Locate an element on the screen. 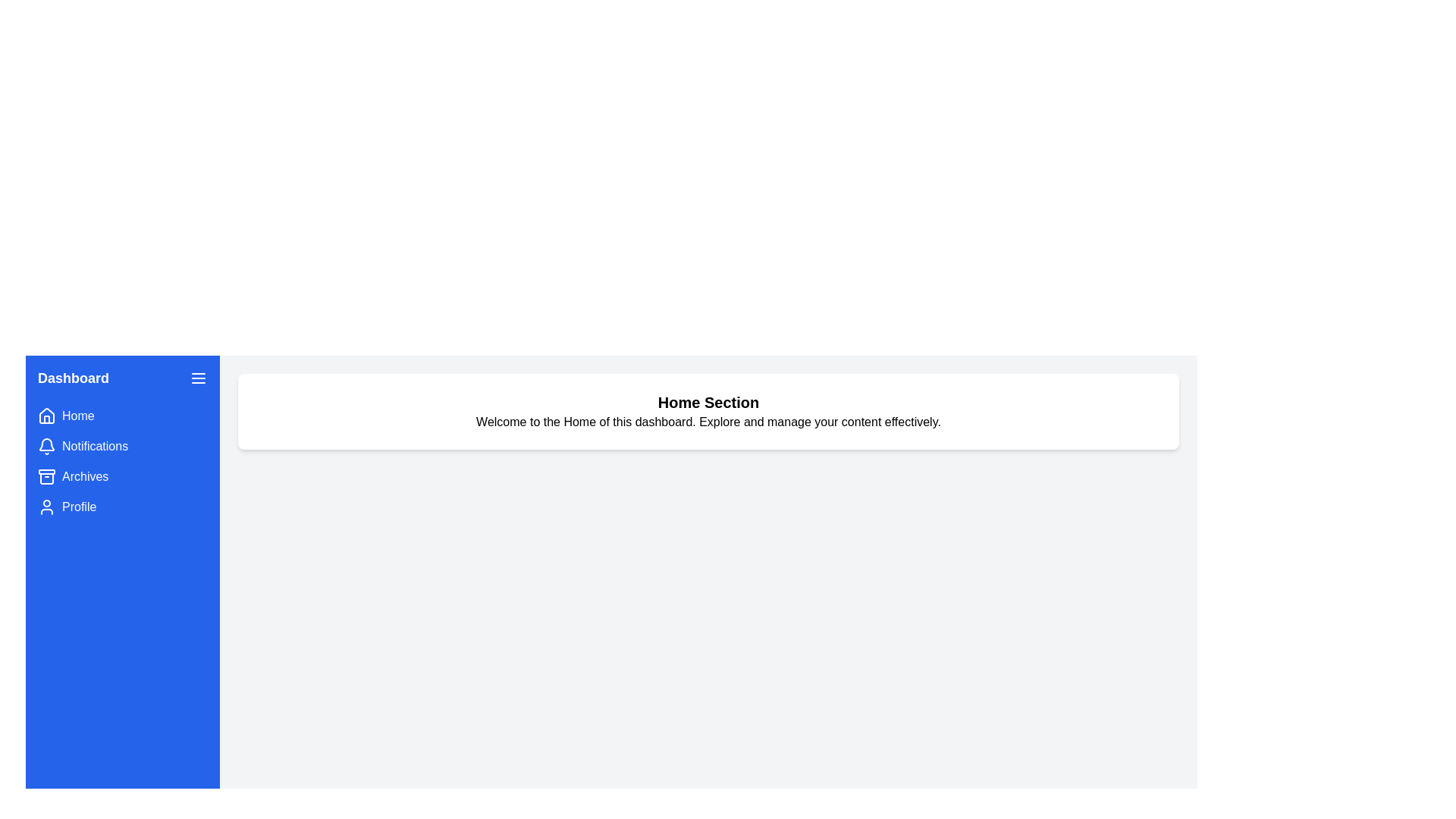 The width and height of the screenshot is (1456, 819). the toggle button located in the top-right corner of the left sidebar is located at coordinates (198, 377).